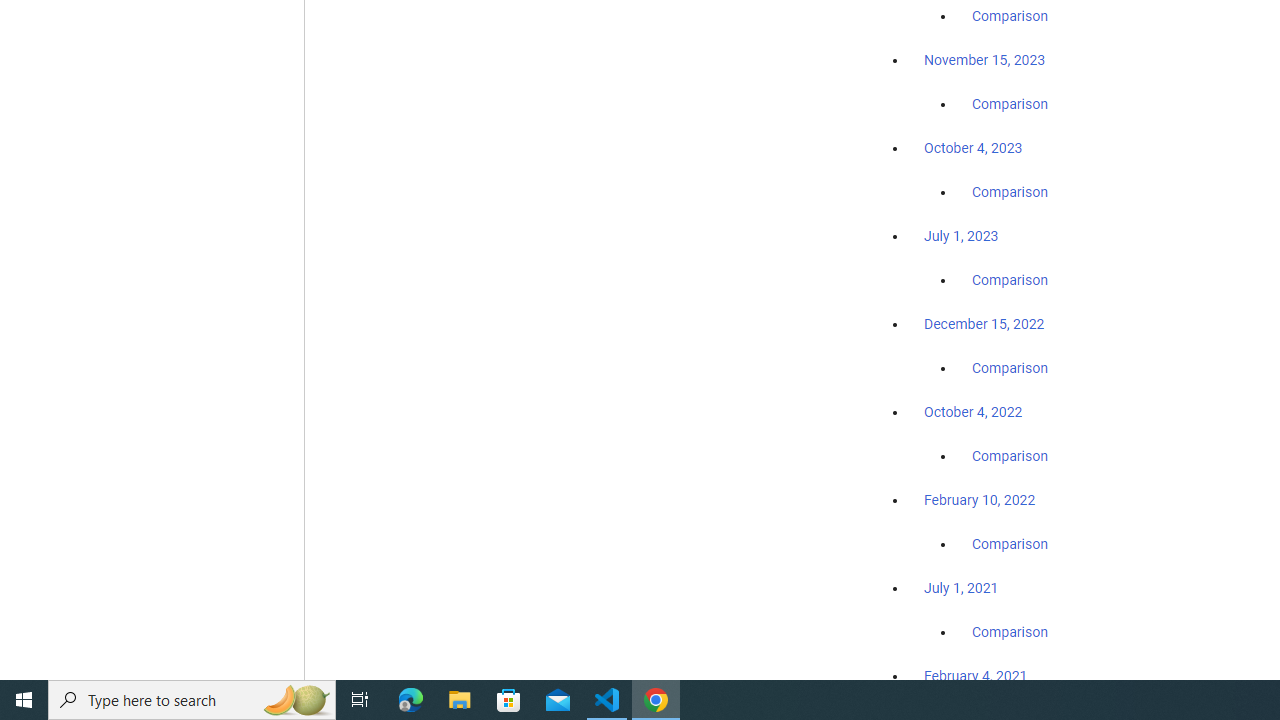 Image resolution: width=1280 pixels, height=720 pixels. Describe the element at coordinates (976, 675) in the screenshot. I see `'February 4, 2021'` at that location.